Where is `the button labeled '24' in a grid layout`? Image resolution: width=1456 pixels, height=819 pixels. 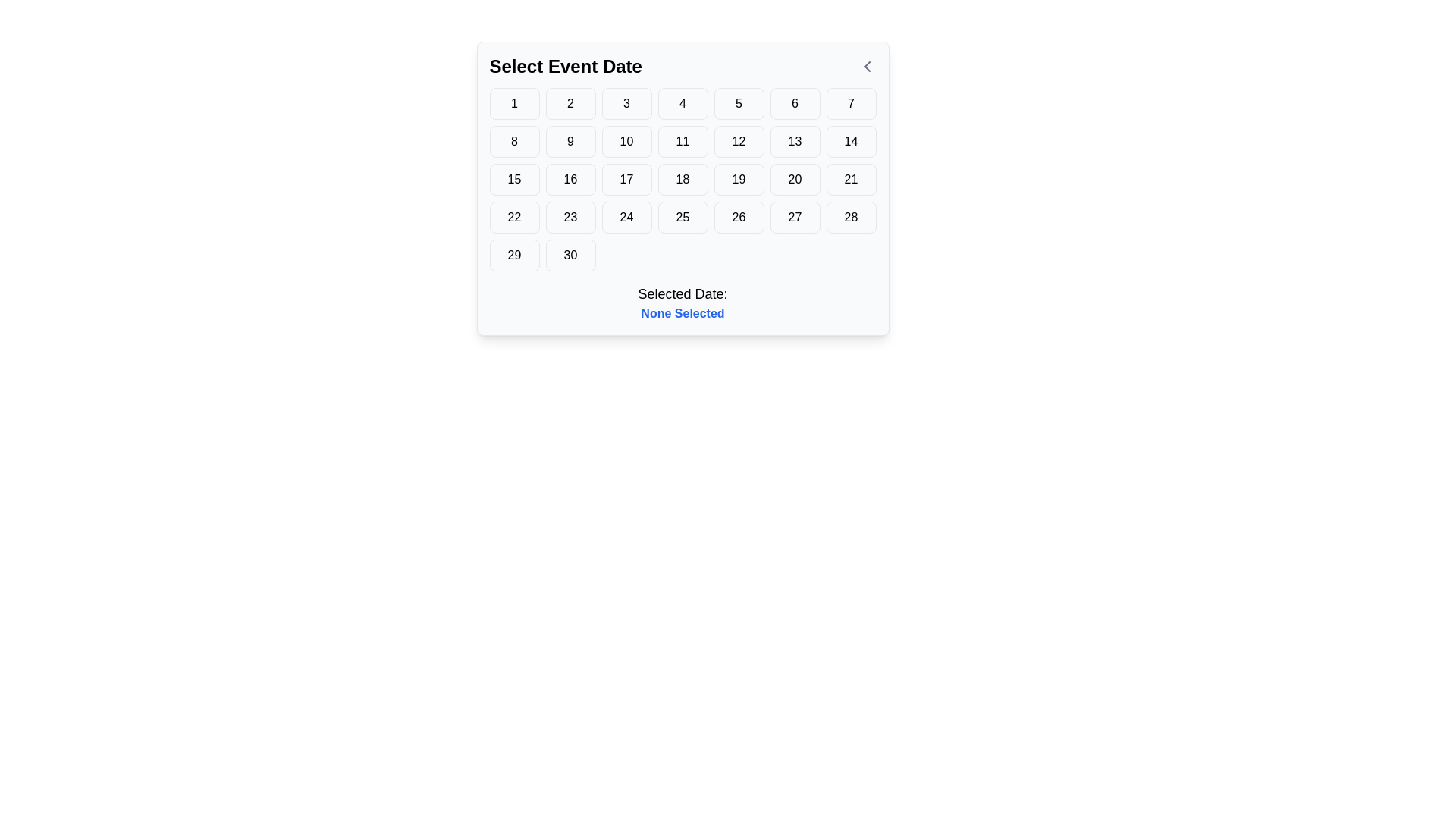 the button labeled '24' in a grid layout is located at coordinates (626, 217).